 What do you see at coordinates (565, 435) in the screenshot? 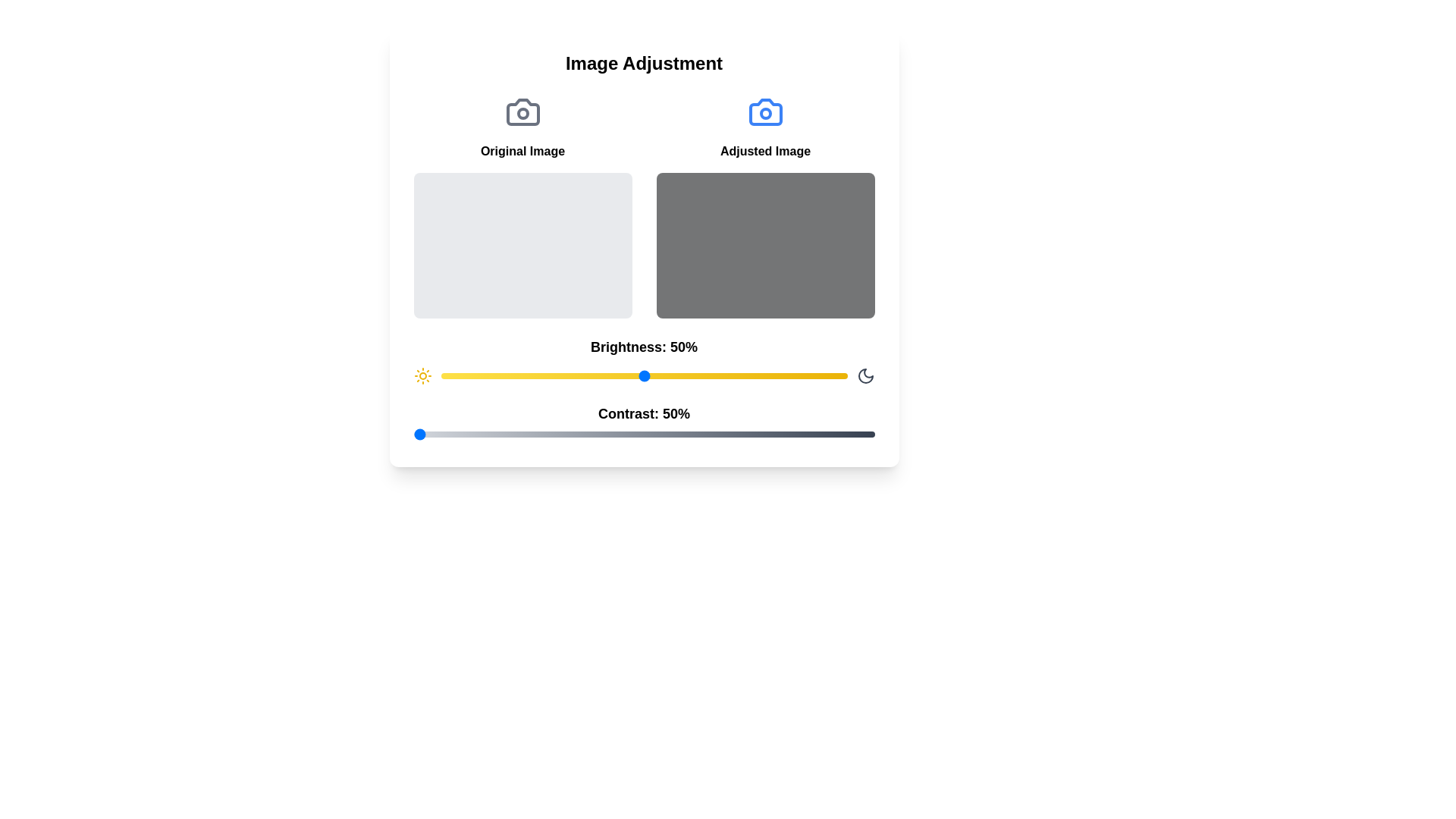
I see `the contrast` at bounding box center [565, 435].